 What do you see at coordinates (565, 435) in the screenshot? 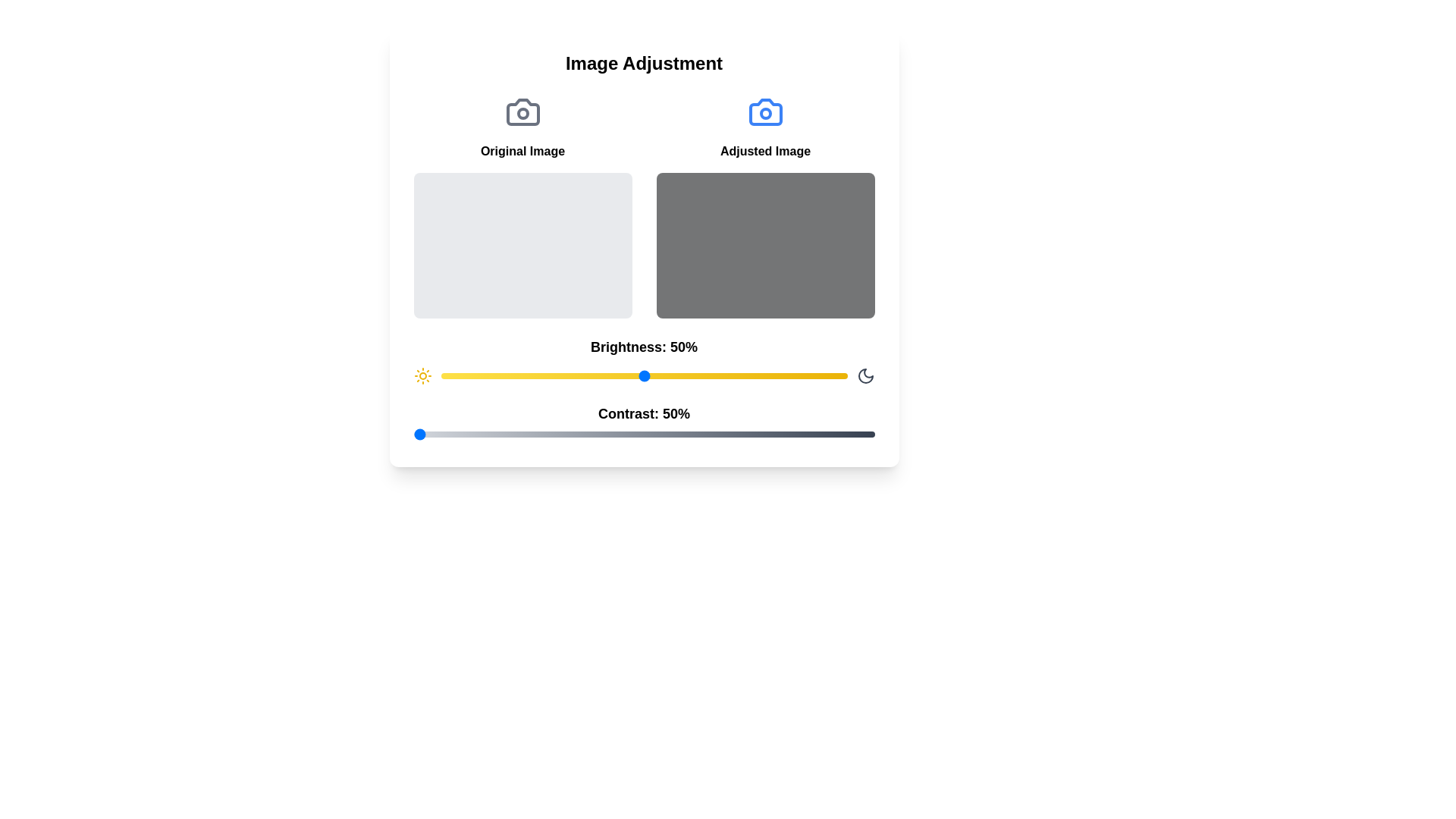
I see `the contrast` at bounding box center [565, 435].